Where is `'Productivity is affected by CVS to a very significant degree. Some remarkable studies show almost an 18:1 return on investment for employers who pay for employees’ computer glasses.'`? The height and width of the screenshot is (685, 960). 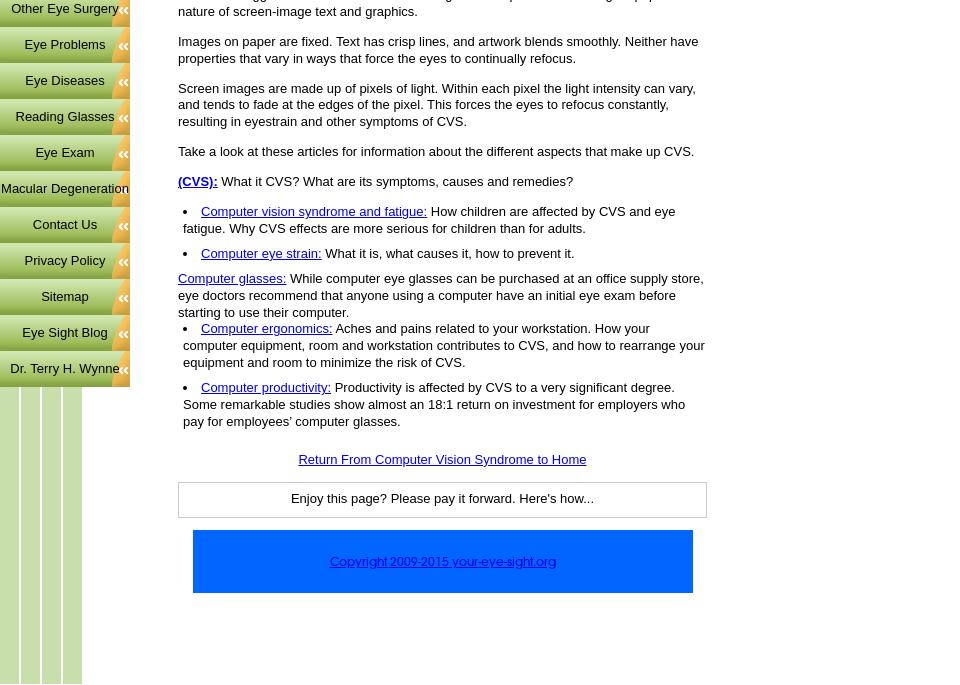
'Productivity is affected by CVS to a very significant degree. Some remarkable studies show almost an 18:1 return on investment for employers who pay for employees’ computer glasses.' is located at coordinates (434, 404).